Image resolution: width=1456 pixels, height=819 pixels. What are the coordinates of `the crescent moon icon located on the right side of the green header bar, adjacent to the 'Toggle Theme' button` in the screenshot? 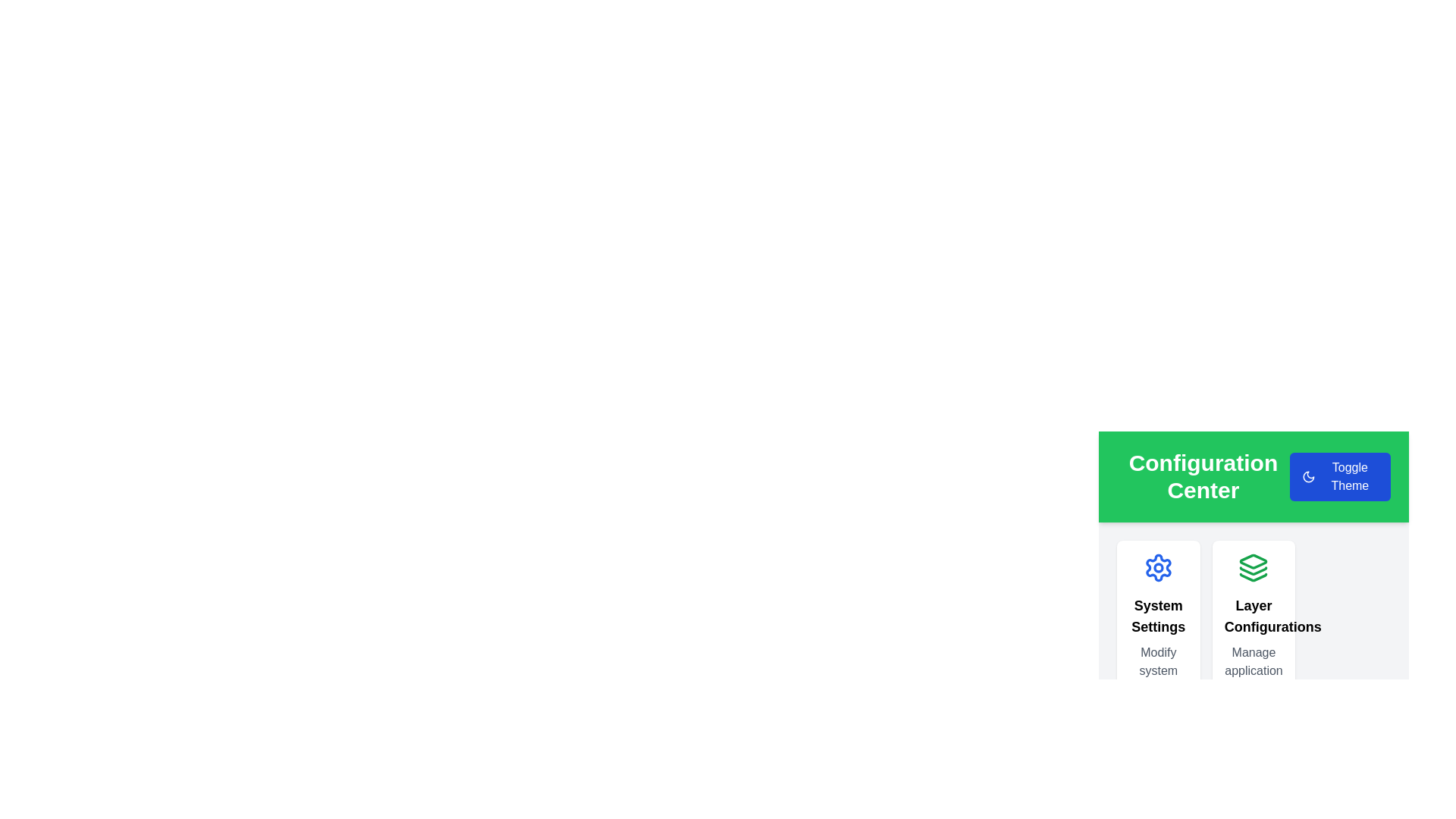 It's located at (1307, 475).